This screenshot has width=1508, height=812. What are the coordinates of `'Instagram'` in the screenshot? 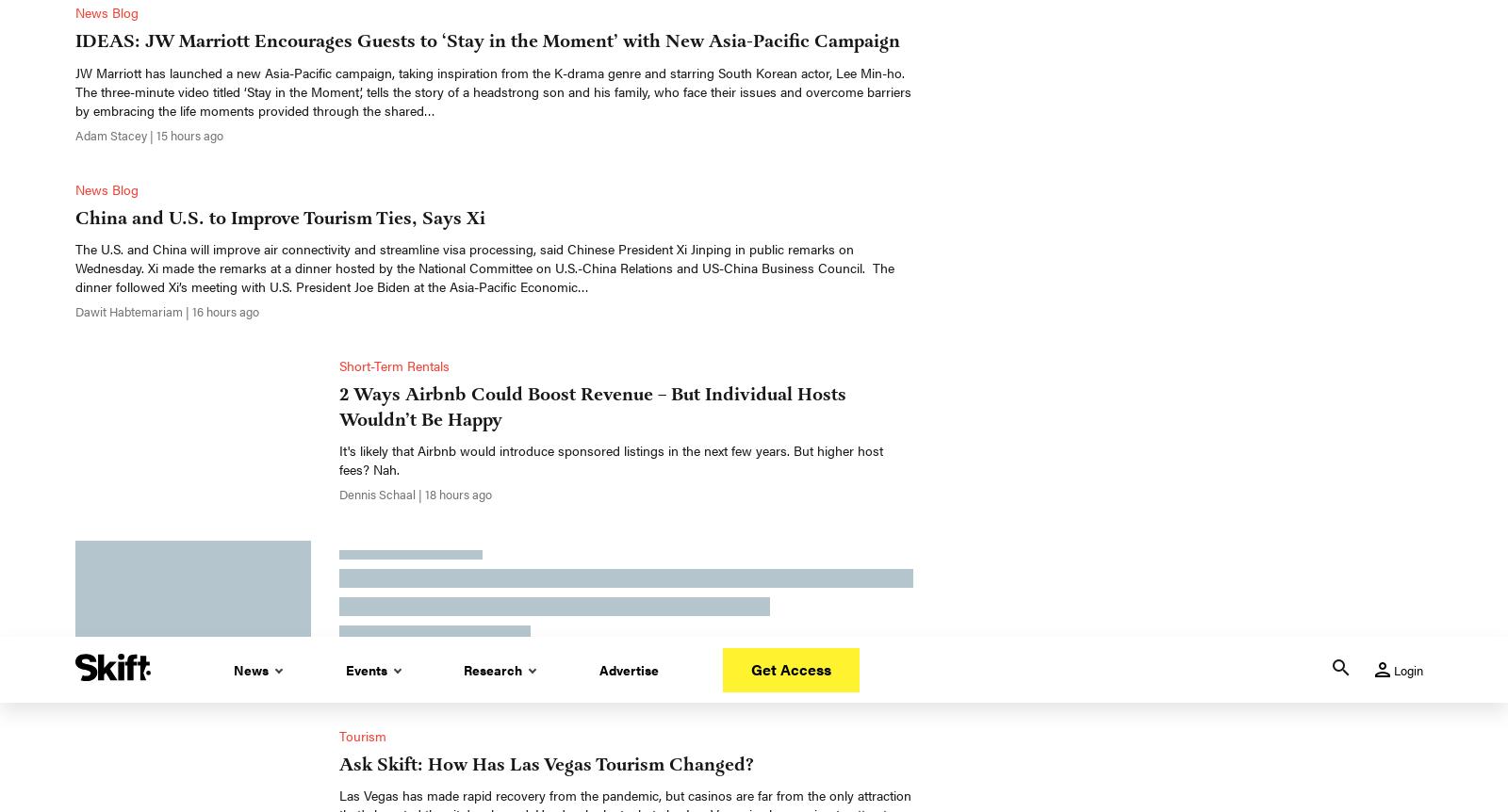 It's located at (839, 732).